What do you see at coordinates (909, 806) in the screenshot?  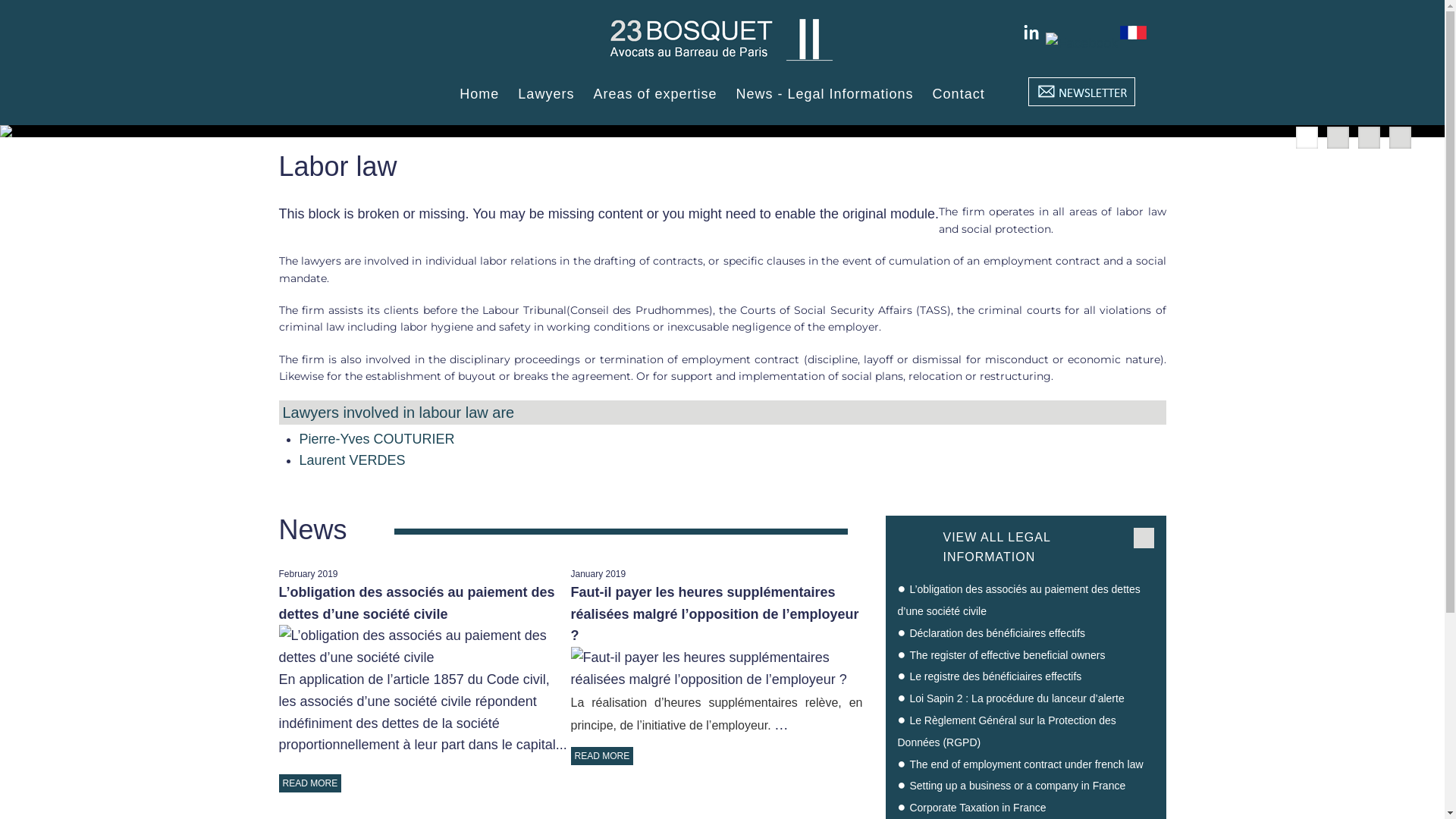 I see `'Corporate Taxation in France'` at bounding box center [909, 806].